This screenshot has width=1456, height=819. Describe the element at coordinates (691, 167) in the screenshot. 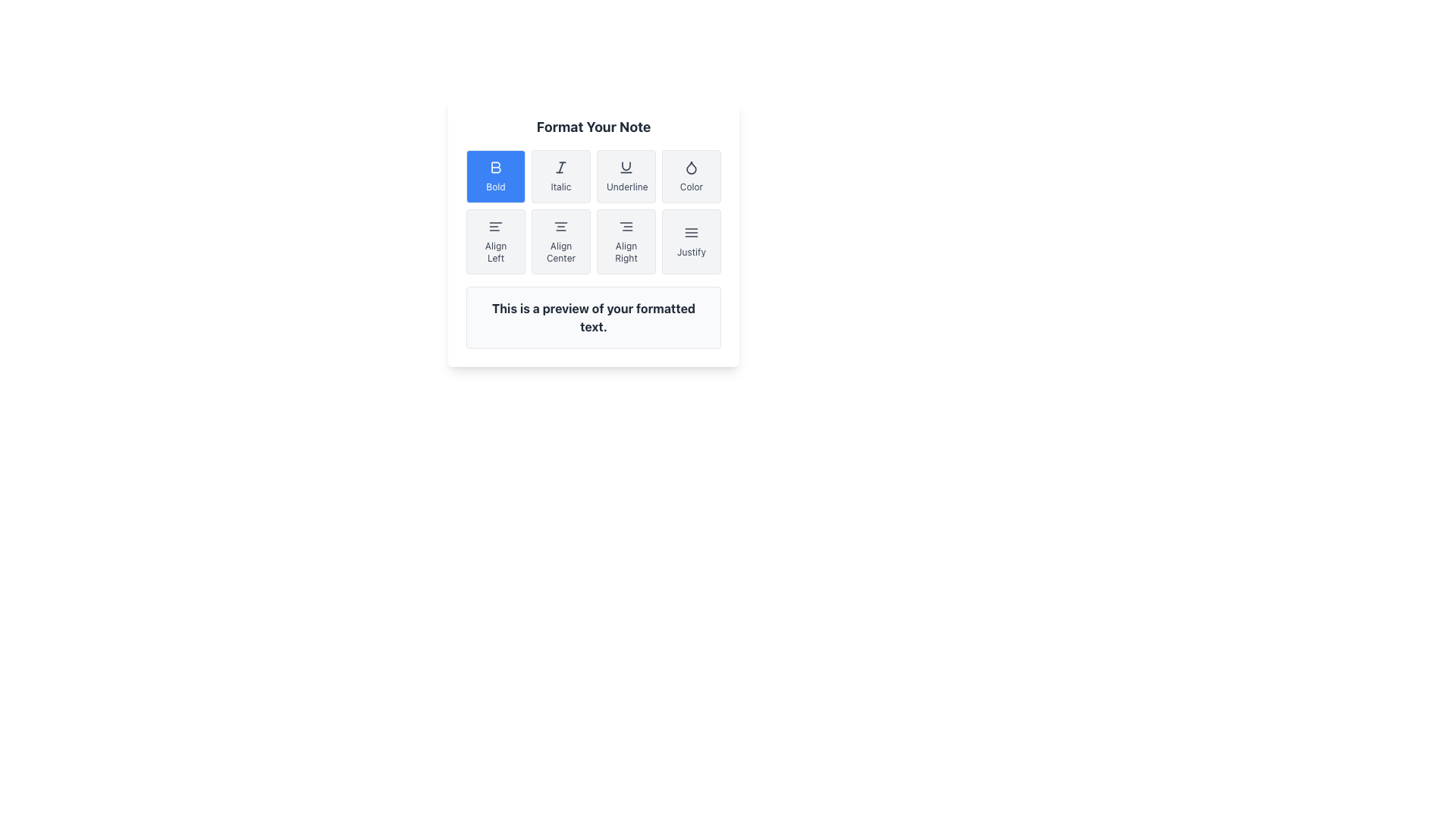

I see `the teardrop-shaped icon outlined in black located in the upper-right section of the interactive area, which is part of a grid of formatting buttons` at that location.